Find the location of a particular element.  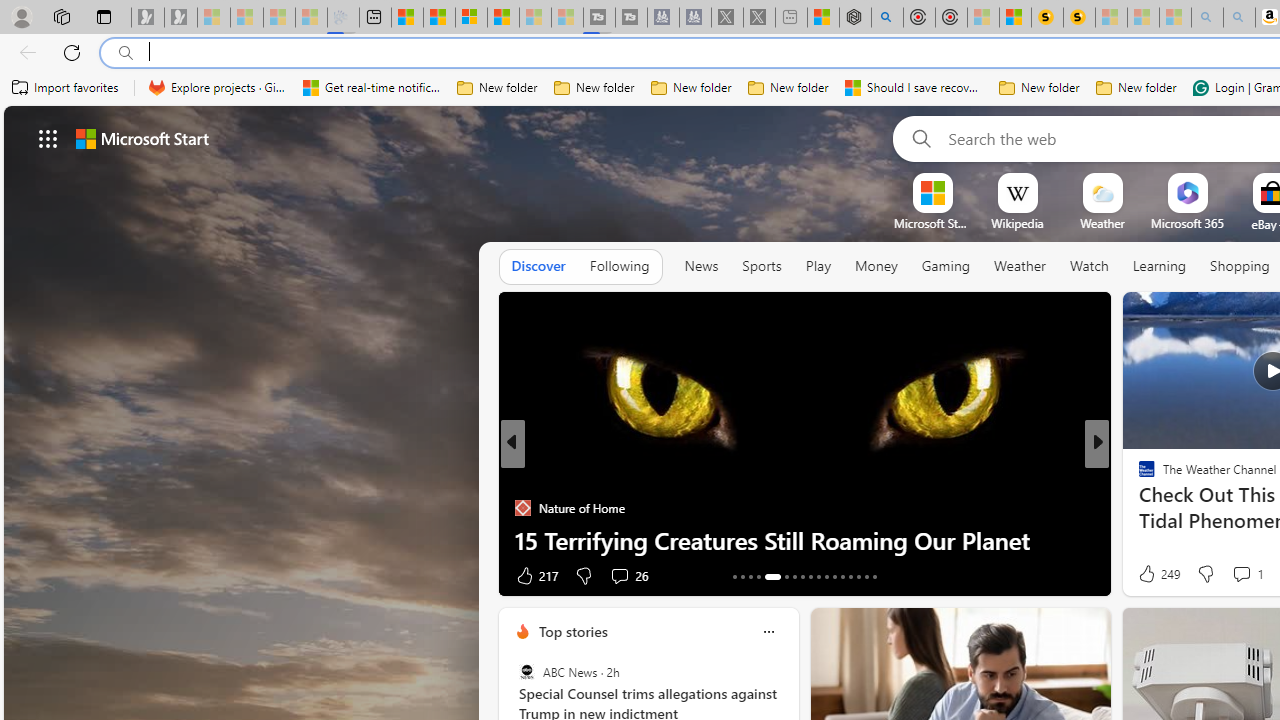

'Amazon Echo Dot PNG - Search Images - Sleeping' is located at coordinates (1238, 17).